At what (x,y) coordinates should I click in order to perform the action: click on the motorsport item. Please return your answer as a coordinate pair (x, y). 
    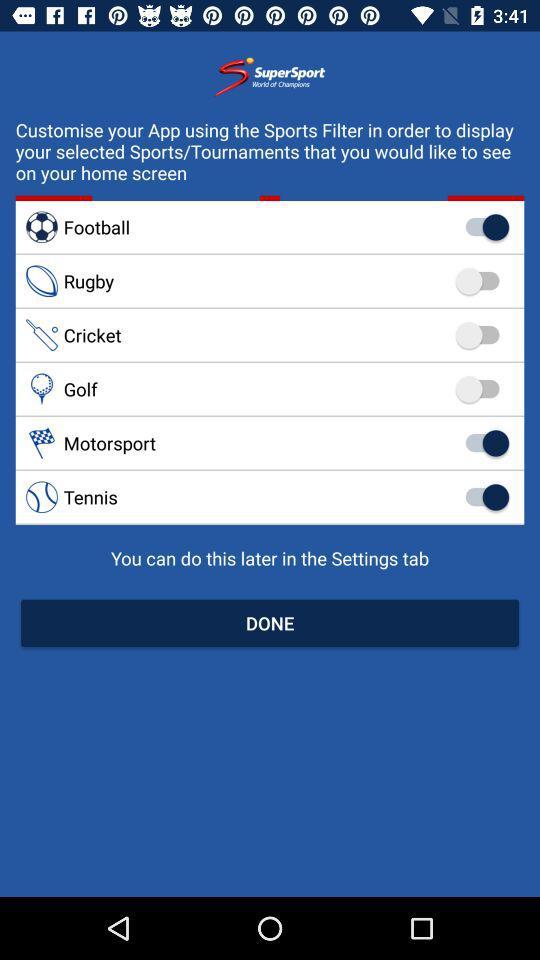
    Looking at the image, I should click on (270, 443).